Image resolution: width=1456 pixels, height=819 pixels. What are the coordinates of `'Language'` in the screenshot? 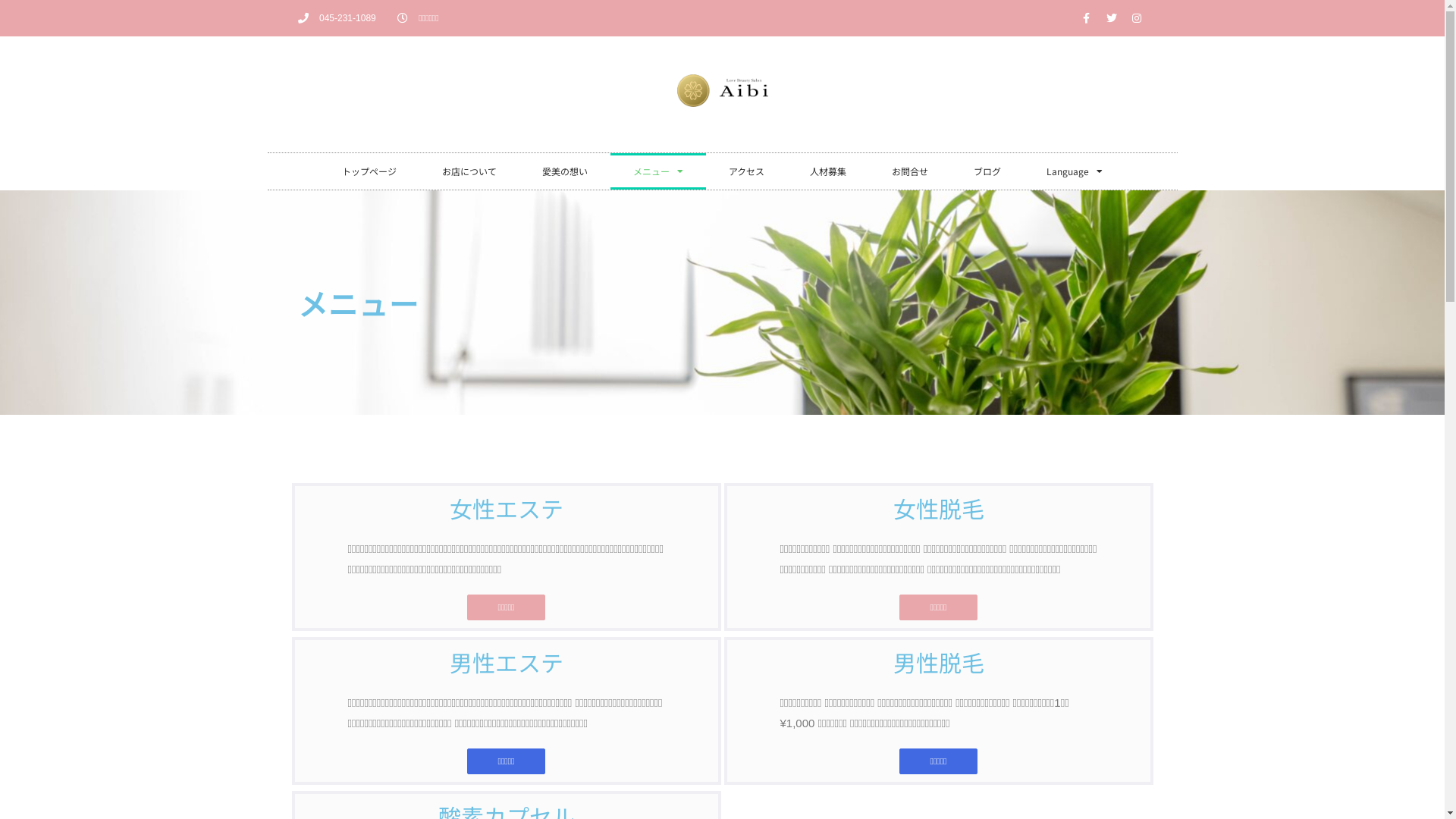 It's located at (1073, 171).